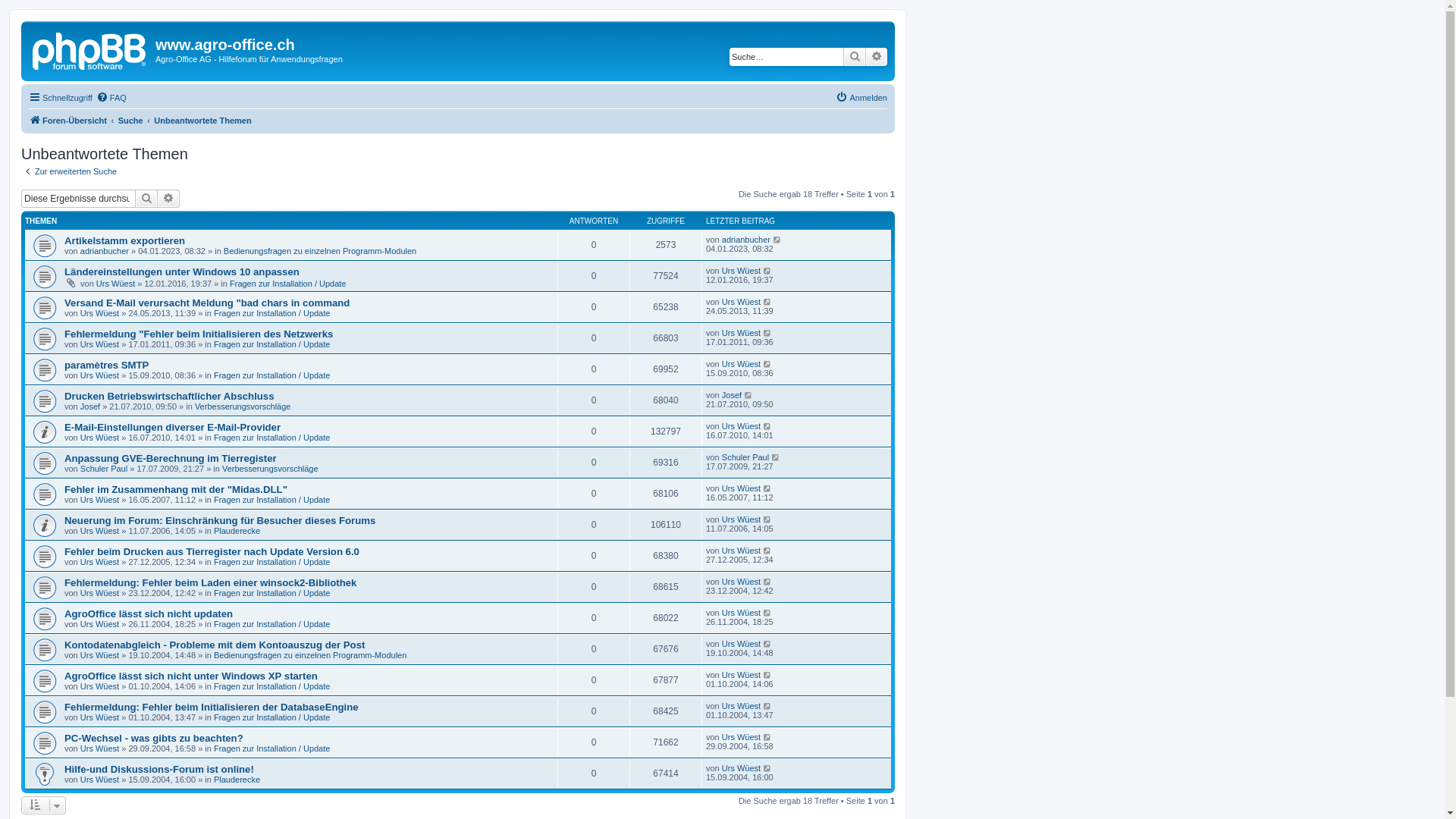  What do you see at coordinates (213, 686) in the screenshot?
I see `'Fragen zur Installation / Update'` at bounding box center [213, 686].